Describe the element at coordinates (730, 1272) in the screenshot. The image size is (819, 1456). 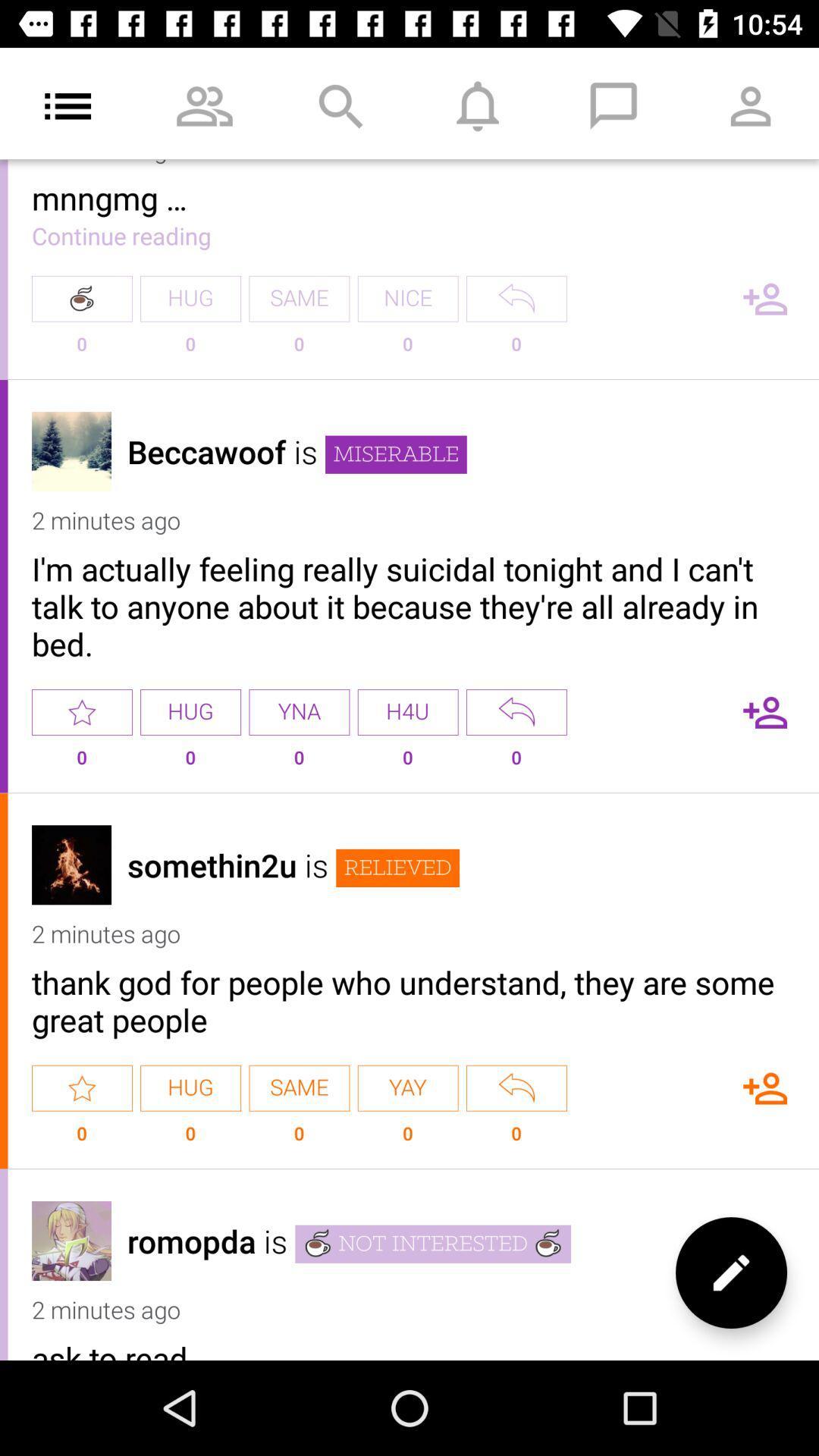
I see `edit` at that location.